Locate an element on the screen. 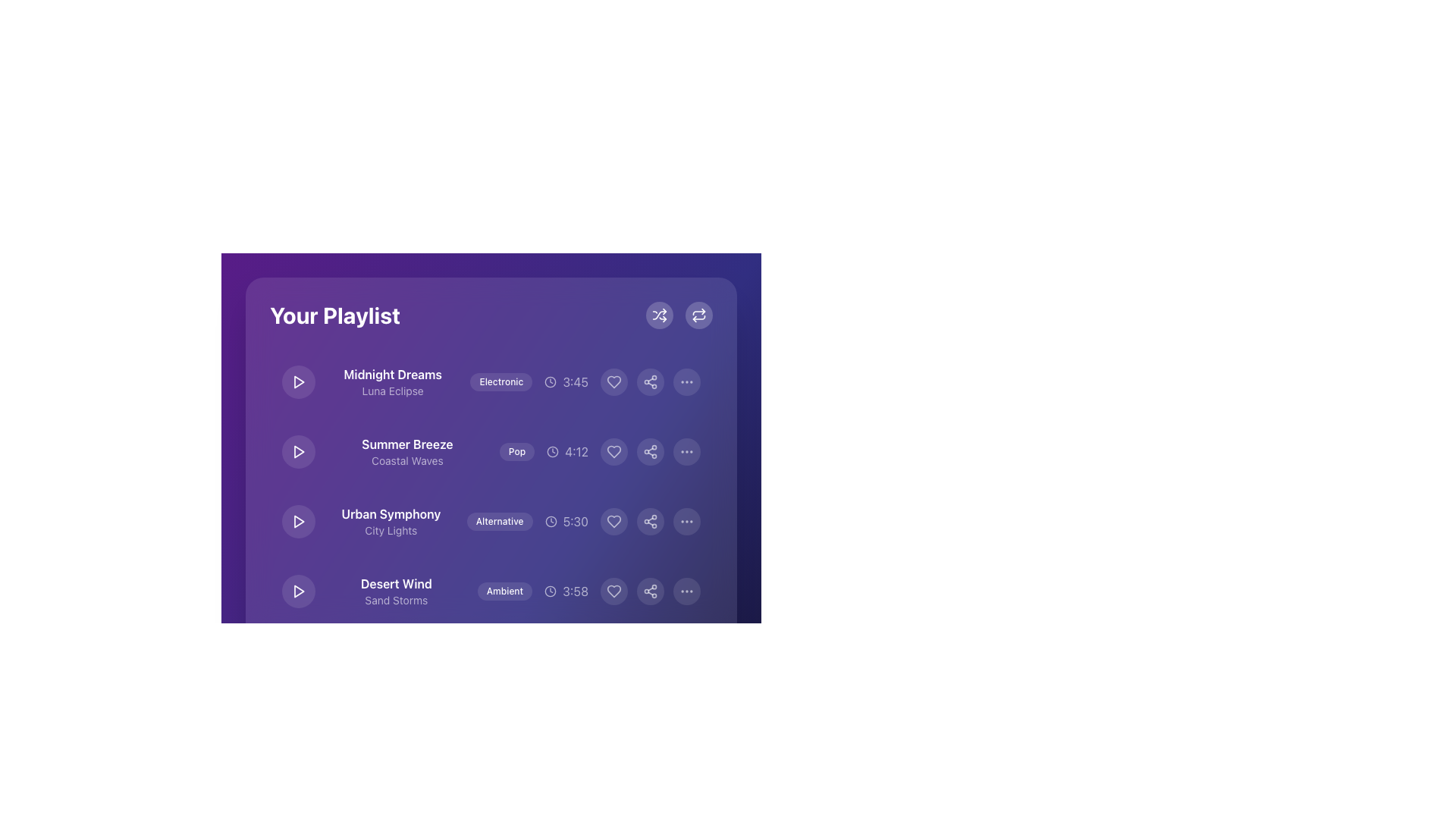 Image resolution: width=1456 pixels, height=819 pixels. the button located at the far right end of the first row in the playlist interface is located at coordinates (686, 381).